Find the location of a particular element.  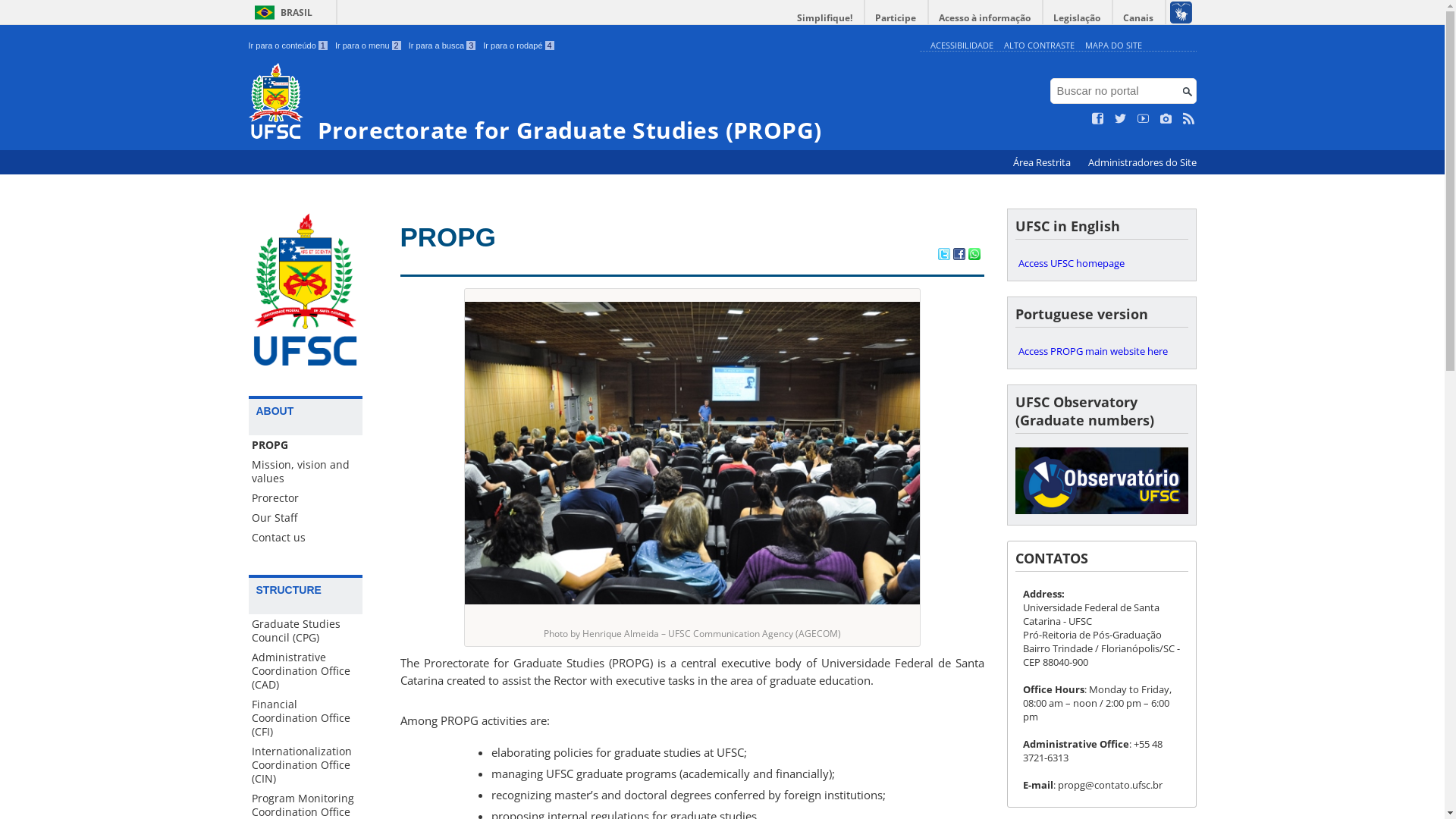

'Mission, vision and values' is located at coordinates (305, 470).